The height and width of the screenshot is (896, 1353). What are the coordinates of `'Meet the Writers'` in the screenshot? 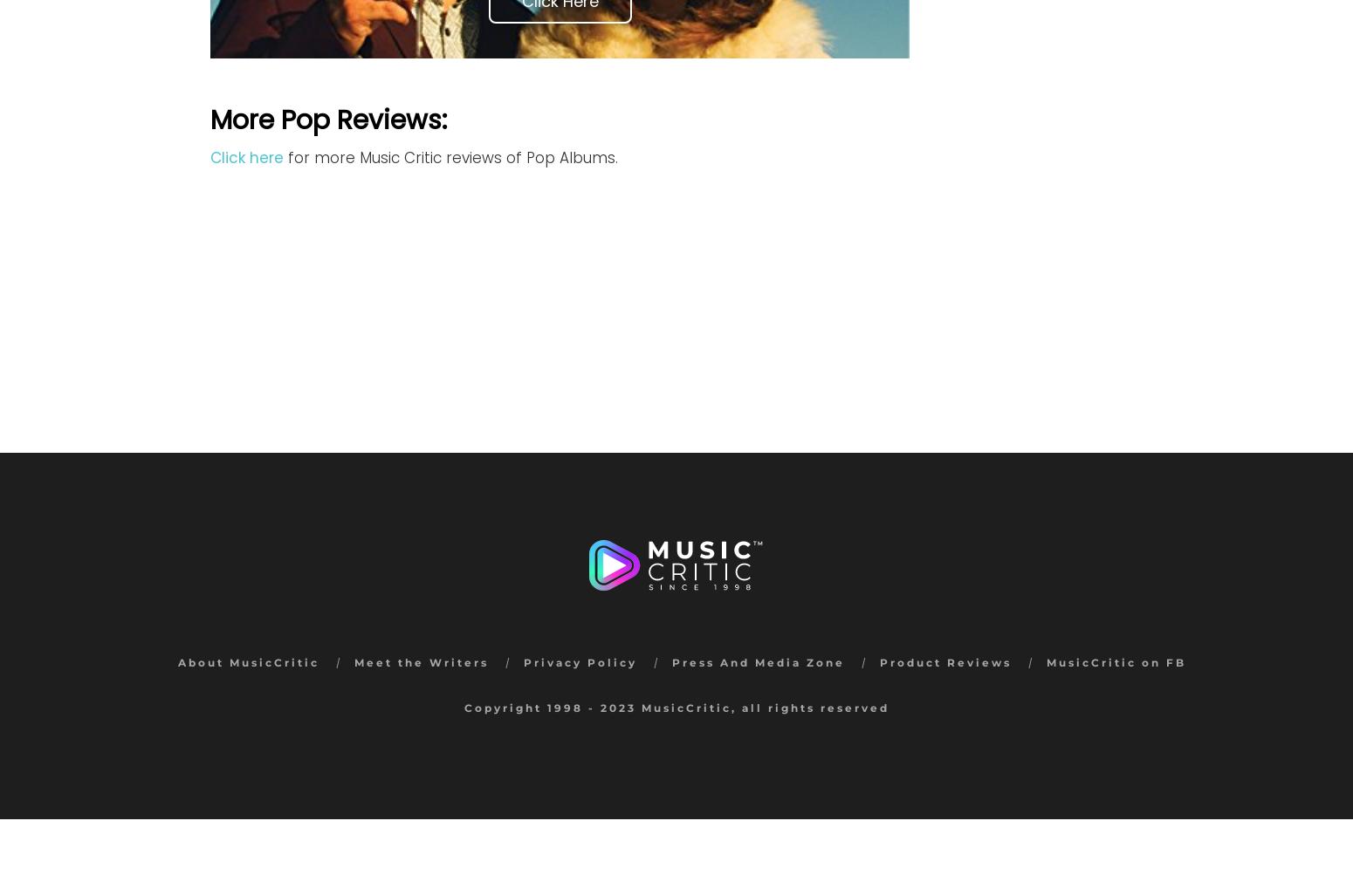 It's located at (420, 660).